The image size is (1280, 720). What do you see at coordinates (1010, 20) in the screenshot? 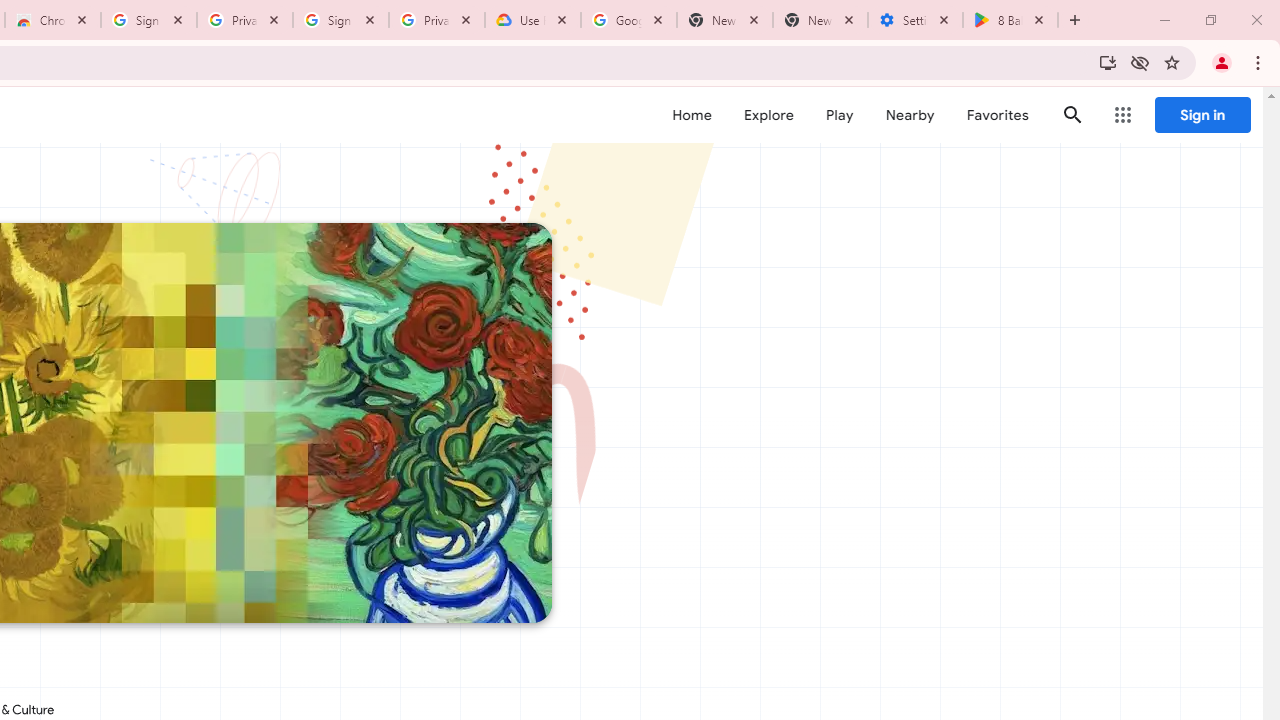
I see `'8 Ball Pool - Apps on Google Play'` at bounding box center [1010, 20].